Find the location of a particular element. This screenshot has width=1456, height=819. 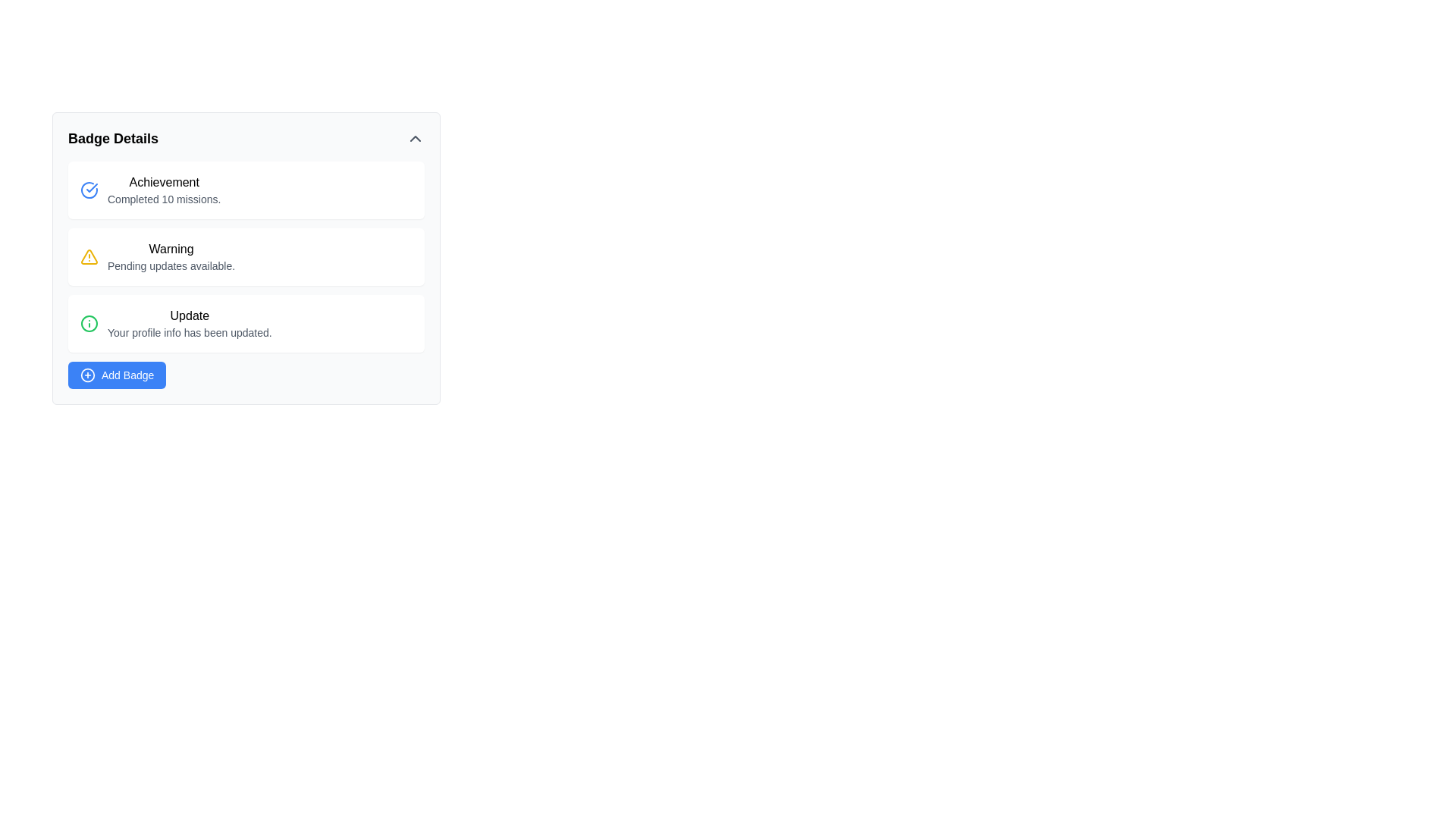

the warning details of the informational card about pending updates located in the 'Badge Details' panel, positioned between the 'Achievement' card and the 'Update' card is located at coordinates (246, 257).